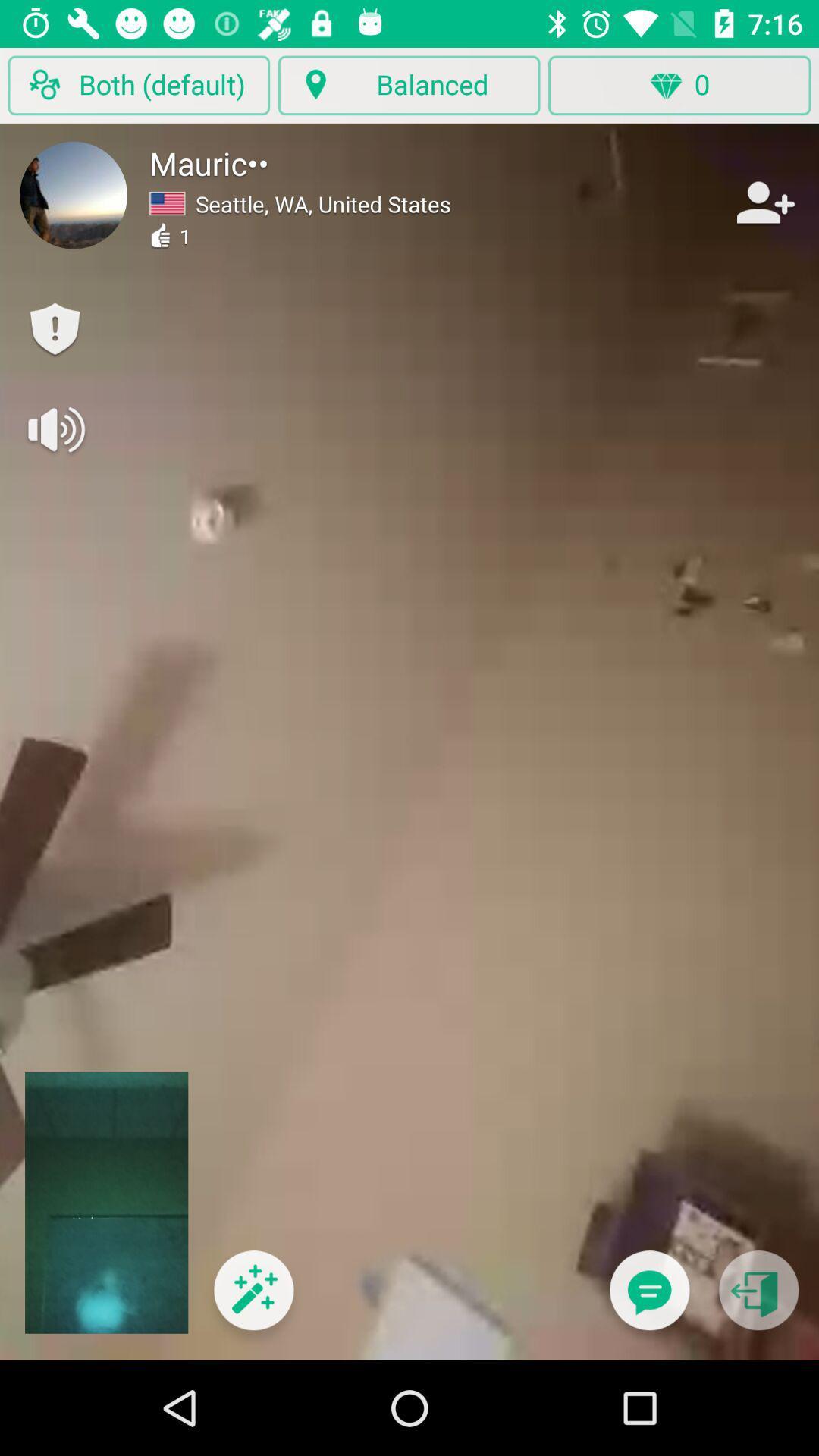  I want to click on the icon below both (default) item, so click(74, 194).